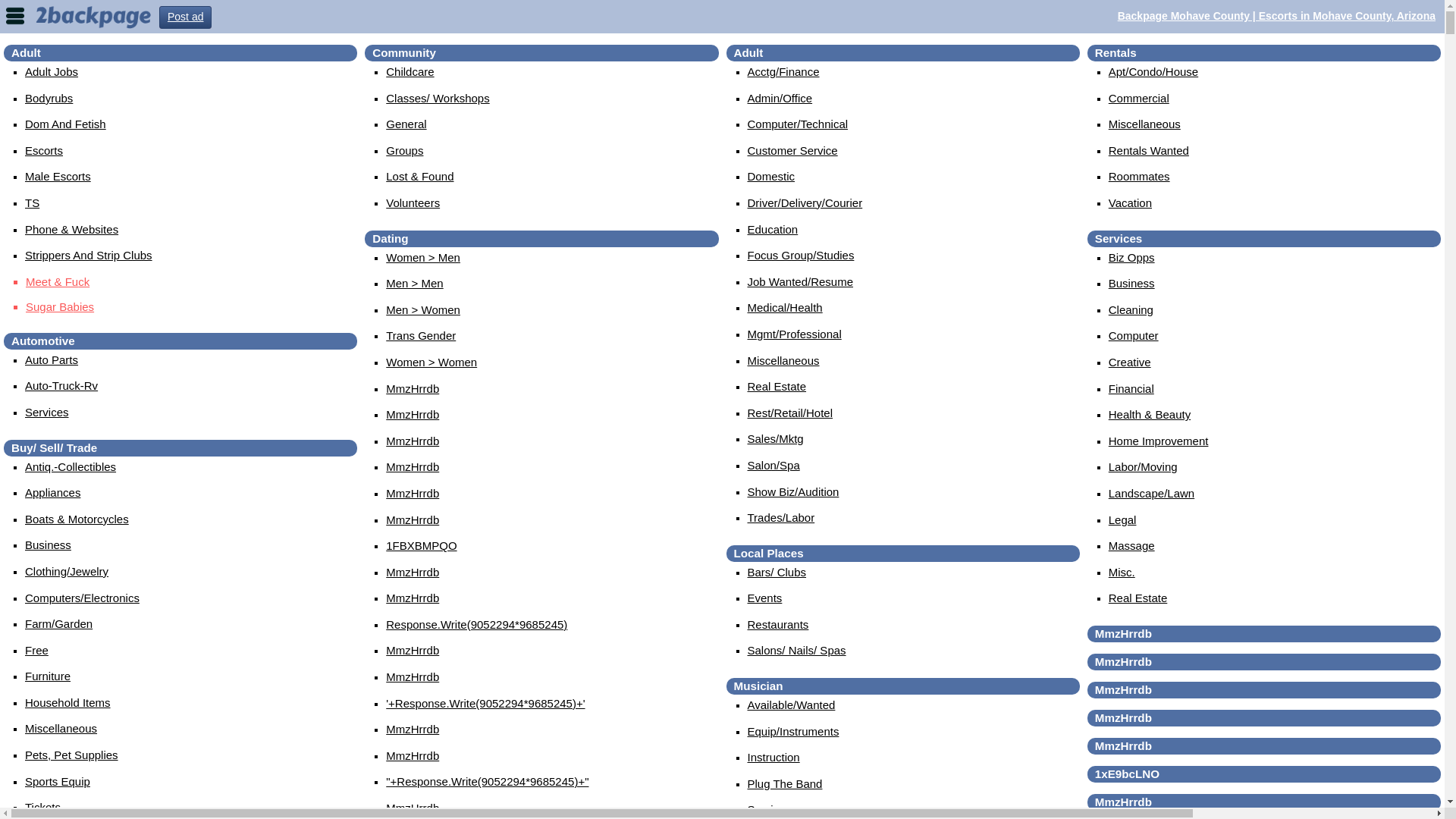  I want to click on 'Adult Jobs', so click(51, 71).